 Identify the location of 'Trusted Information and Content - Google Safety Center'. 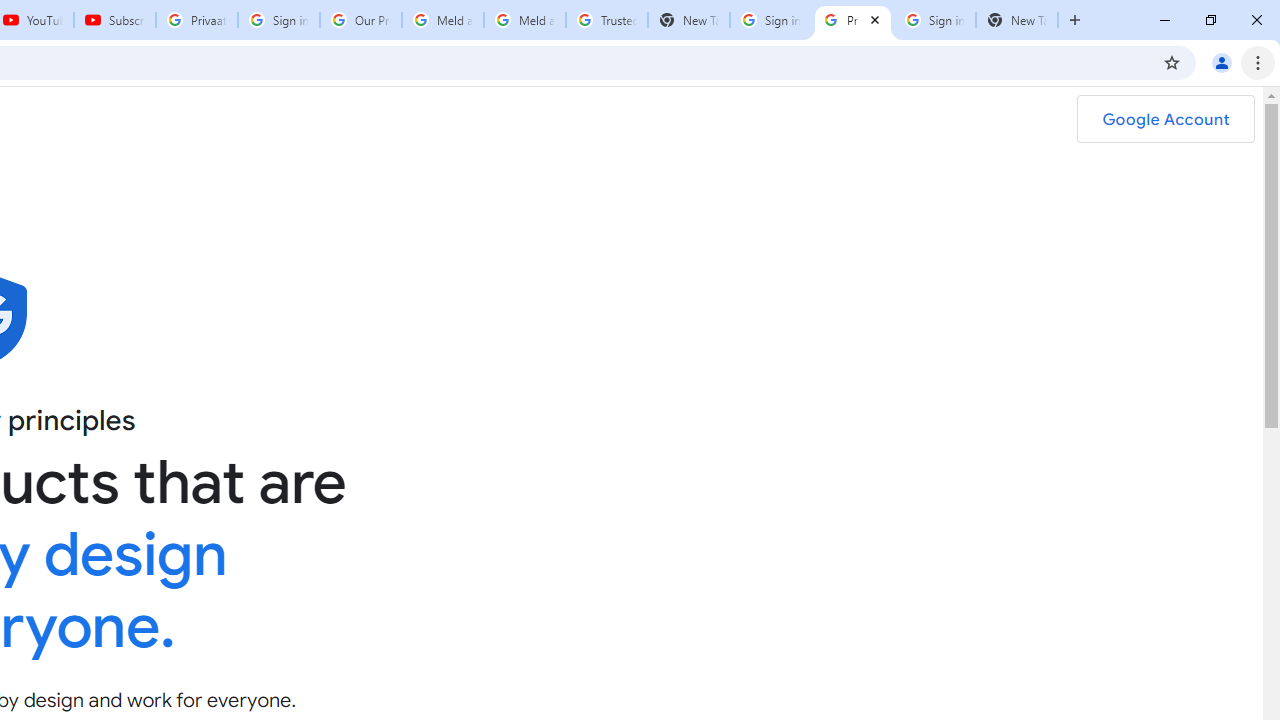
(605, 20).